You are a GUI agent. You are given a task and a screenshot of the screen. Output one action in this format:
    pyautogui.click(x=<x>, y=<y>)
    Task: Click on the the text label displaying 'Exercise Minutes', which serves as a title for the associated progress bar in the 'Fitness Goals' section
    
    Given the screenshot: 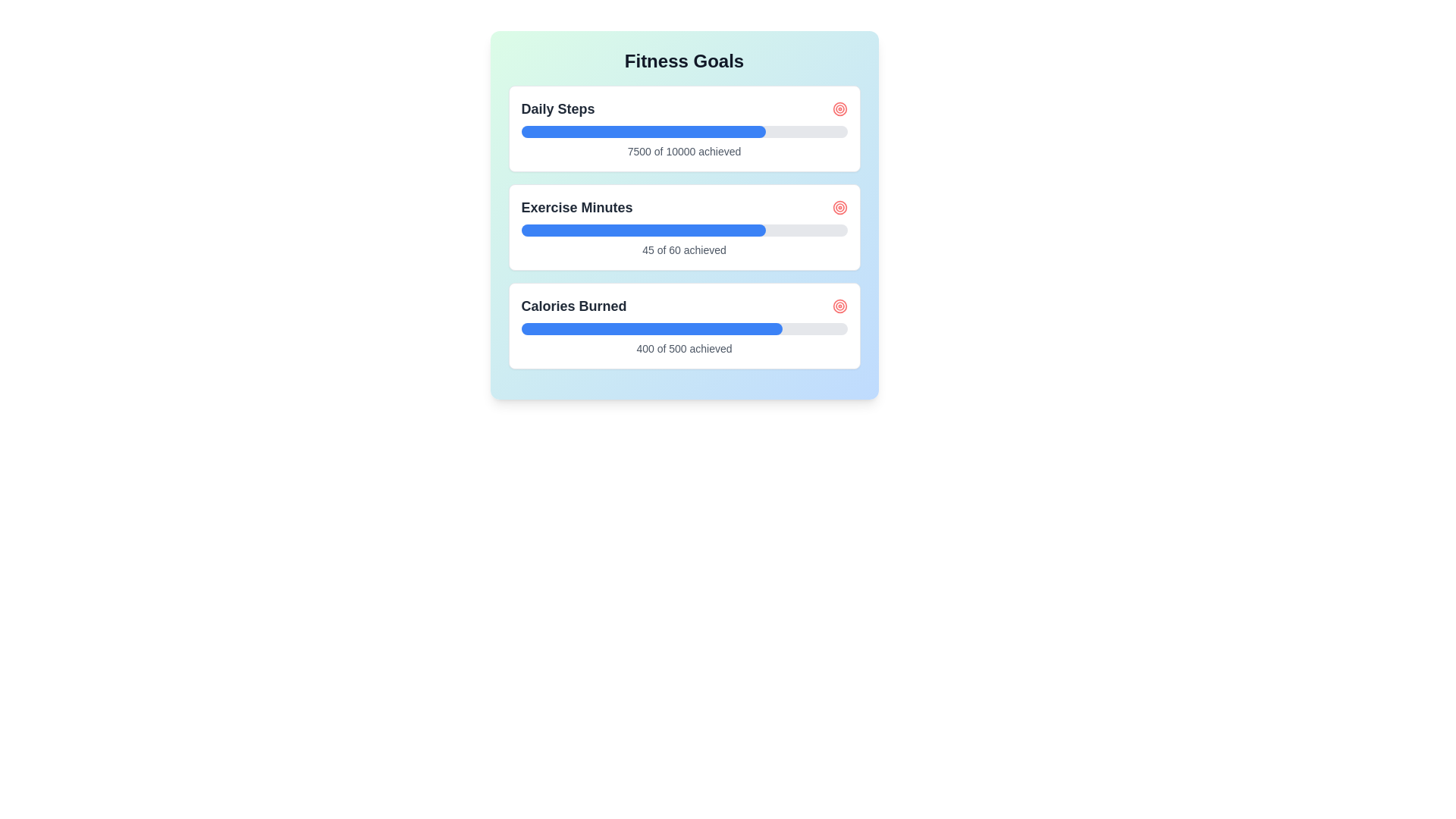 What is the action you would take?
    pyautogui.click(x=576, y=207)
    